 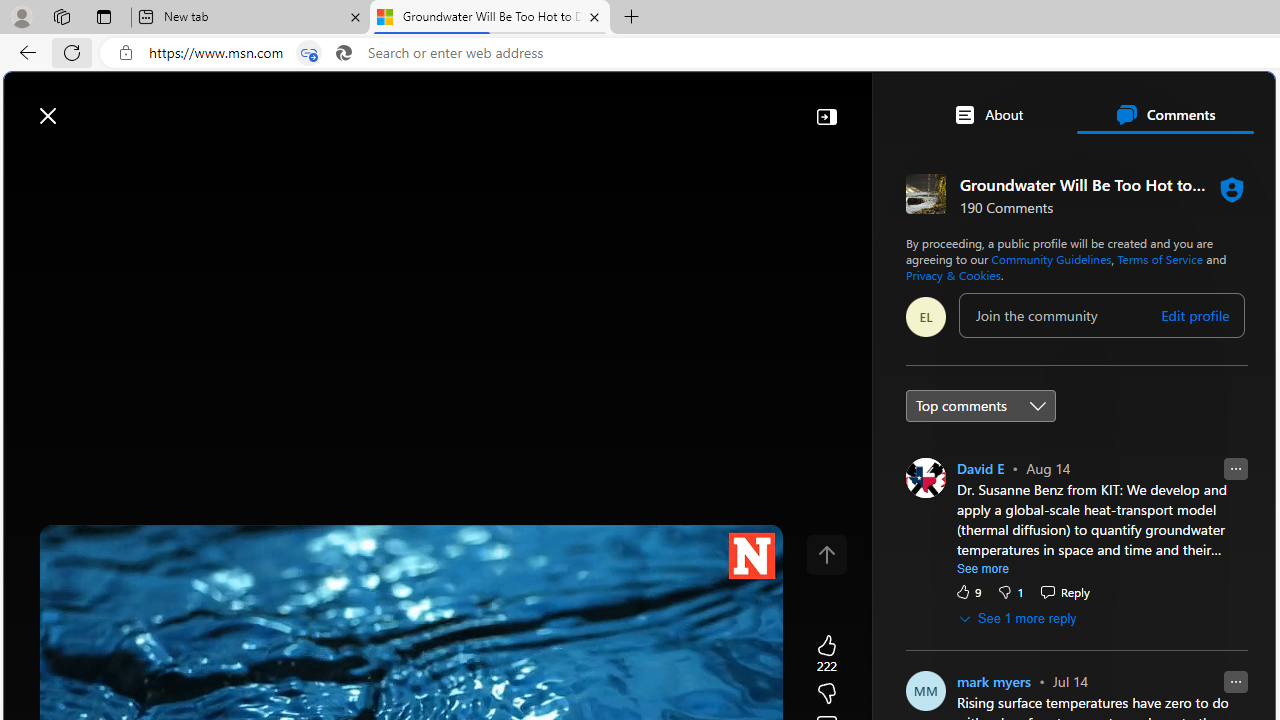 What do you see at coordinates (29, 162) in the screenshot?
I see `'Class: button-glyph'` at bounding box center [29, 162].